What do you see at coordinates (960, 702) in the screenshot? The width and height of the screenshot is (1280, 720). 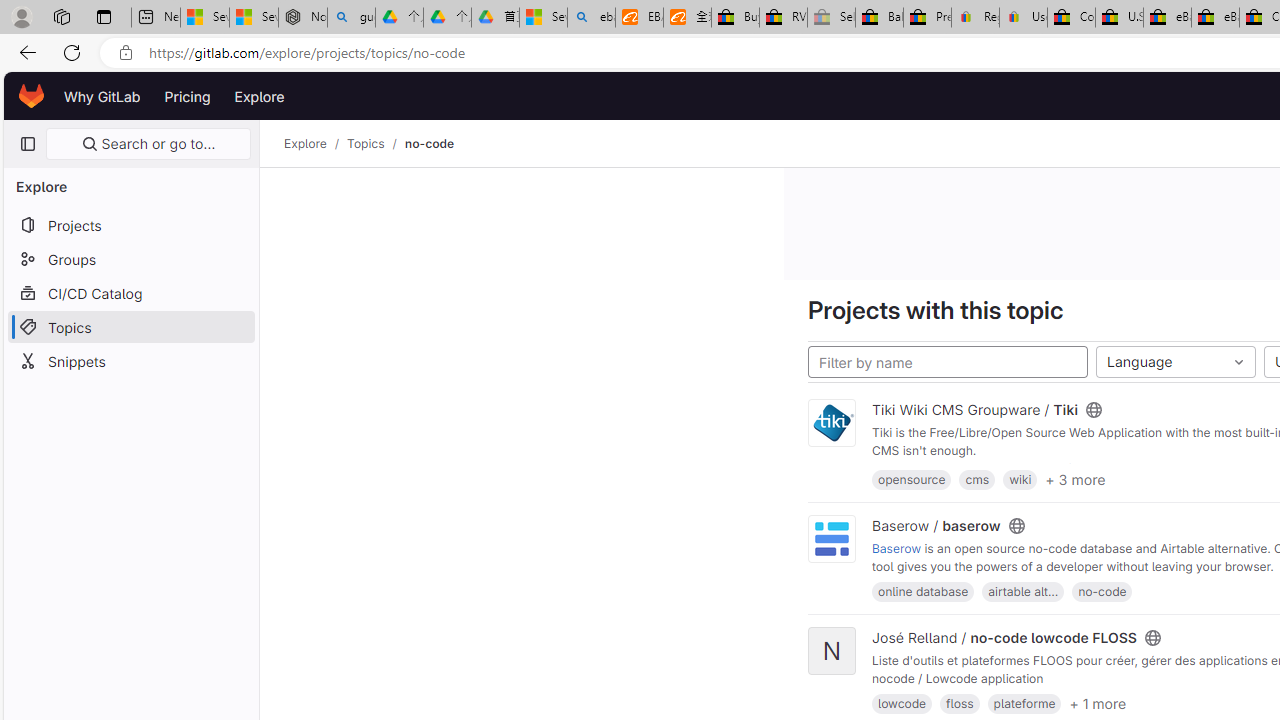 I see `'floss'` at bounding box center [960, 702].